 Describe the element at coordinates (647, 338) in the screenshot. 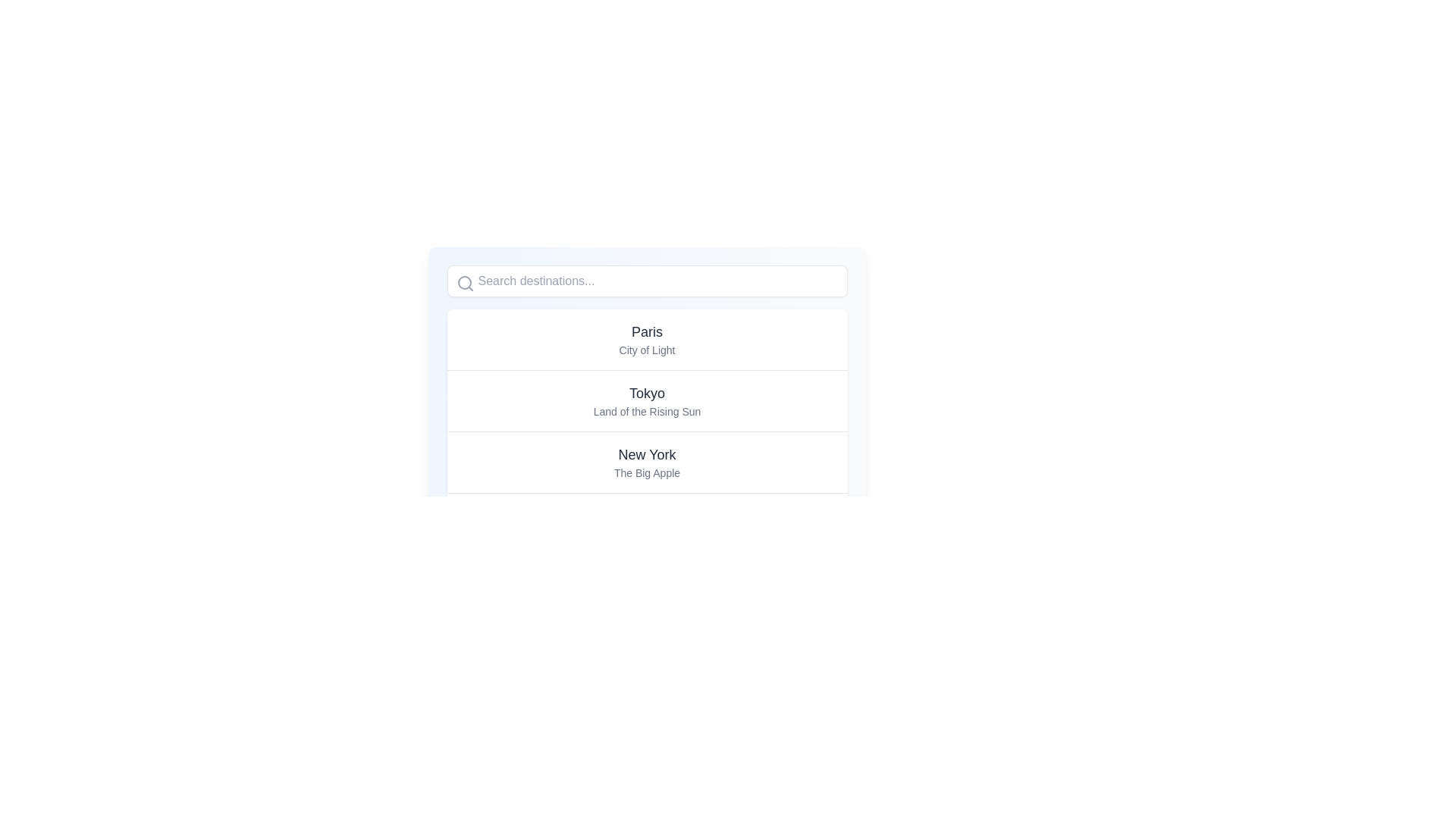

I see `the clickable list item element labeled 'Paris'` at that location.